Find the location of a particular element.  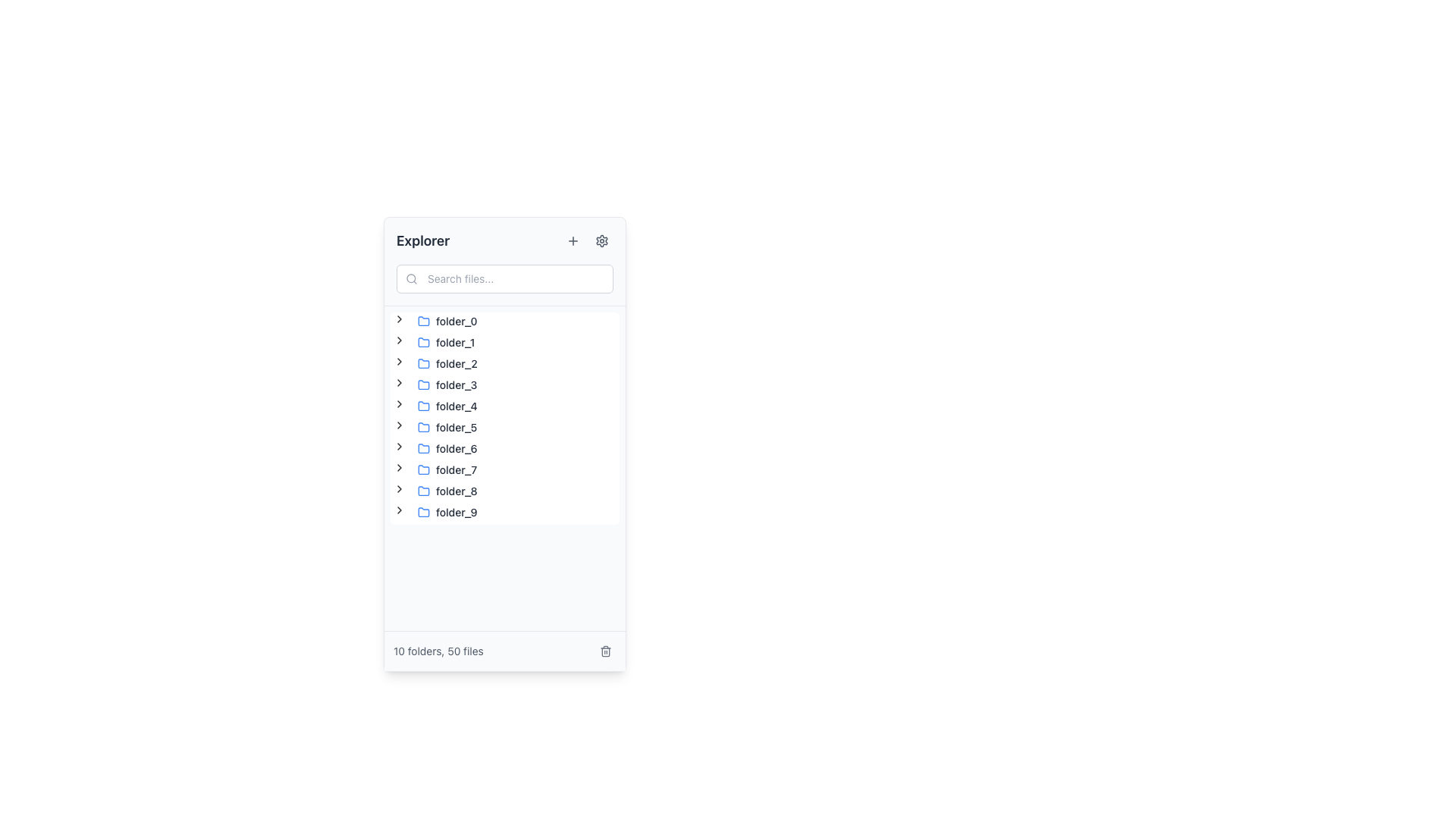

the text label 'folder_0' located is located at coordinates (456, 321).